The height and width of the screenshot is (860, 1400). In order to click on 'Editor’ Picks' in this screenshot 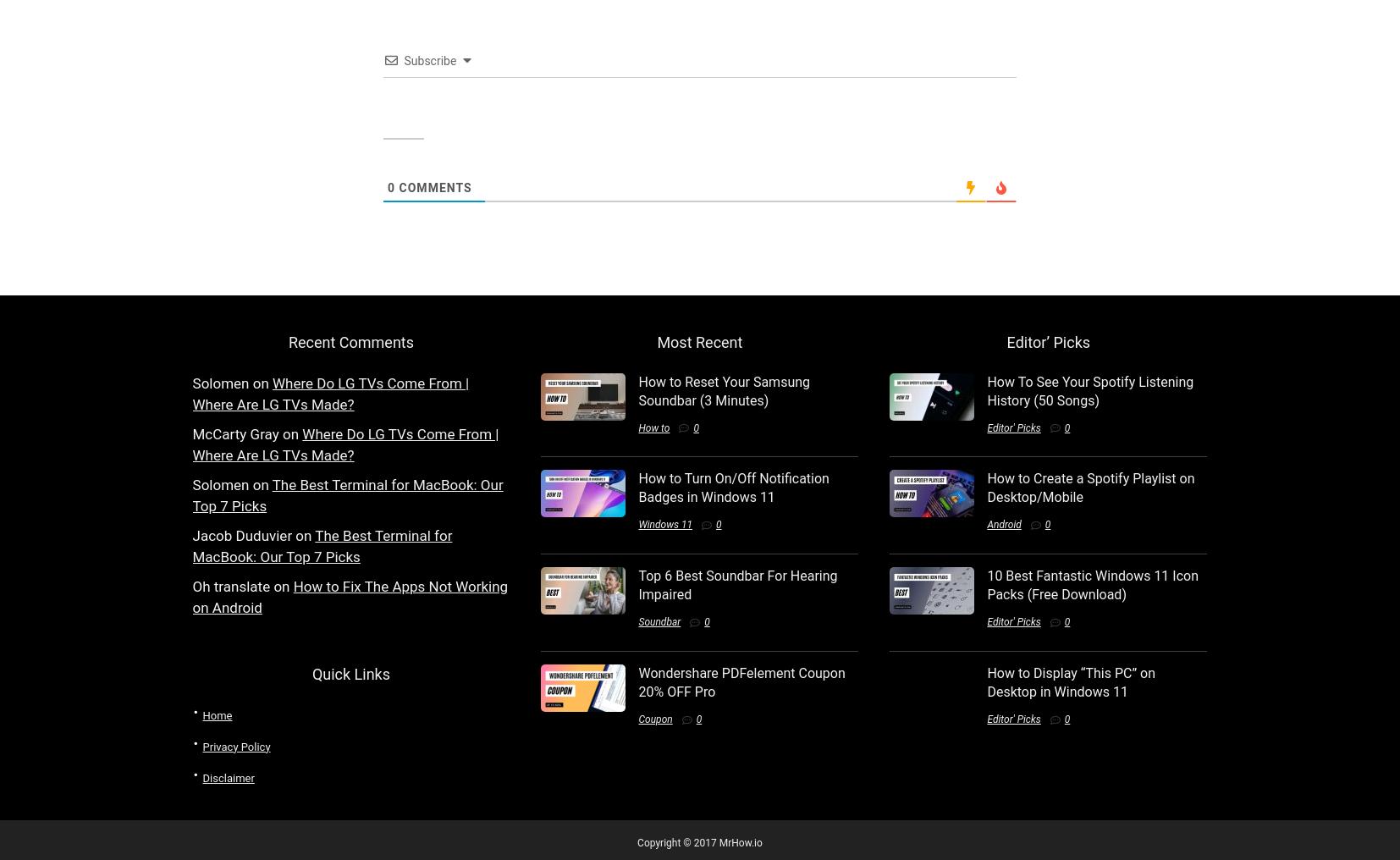, I will do `click(1047, 340)`.